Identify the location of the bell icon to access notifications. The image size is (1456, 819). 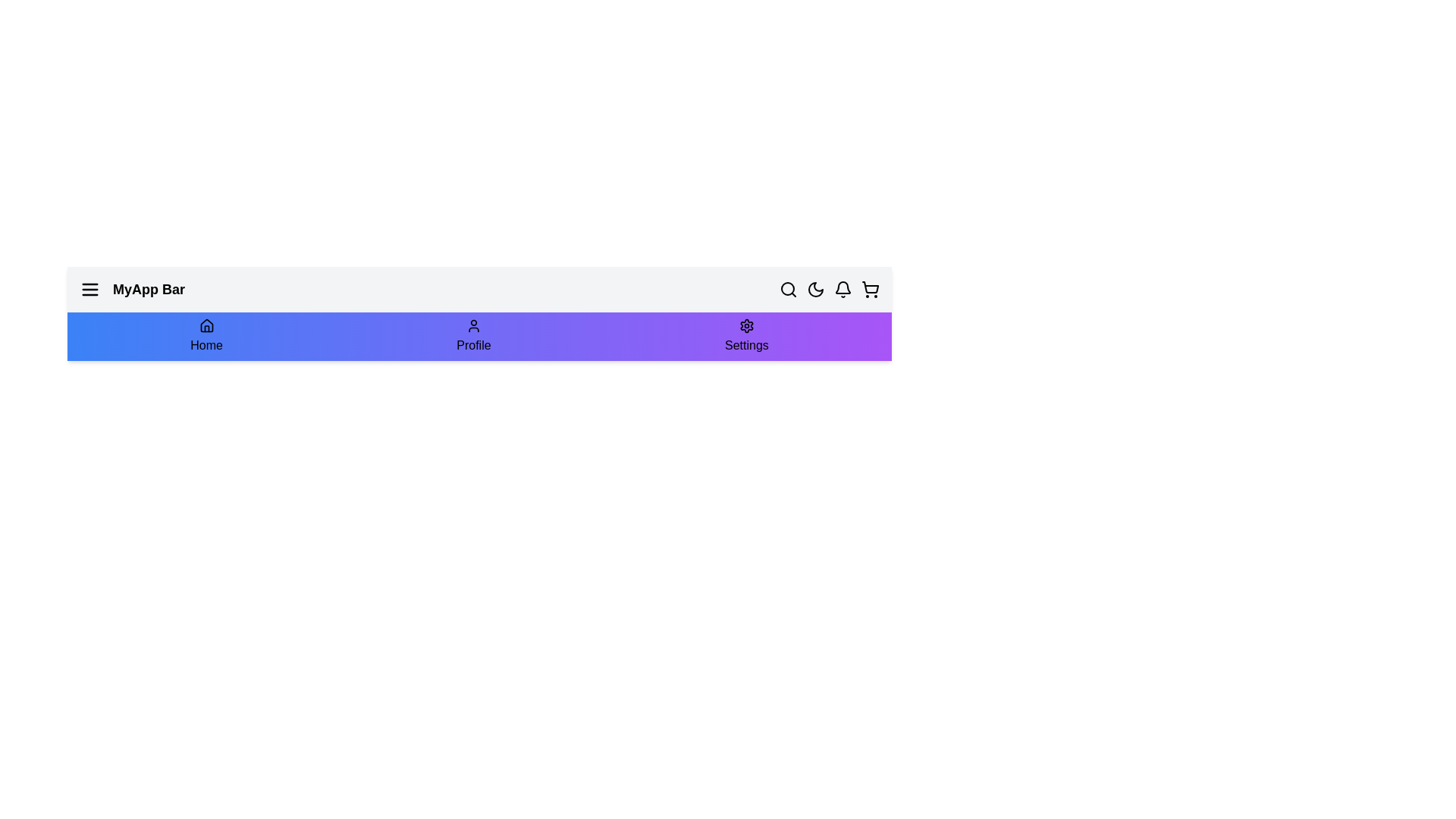
(843, 289).